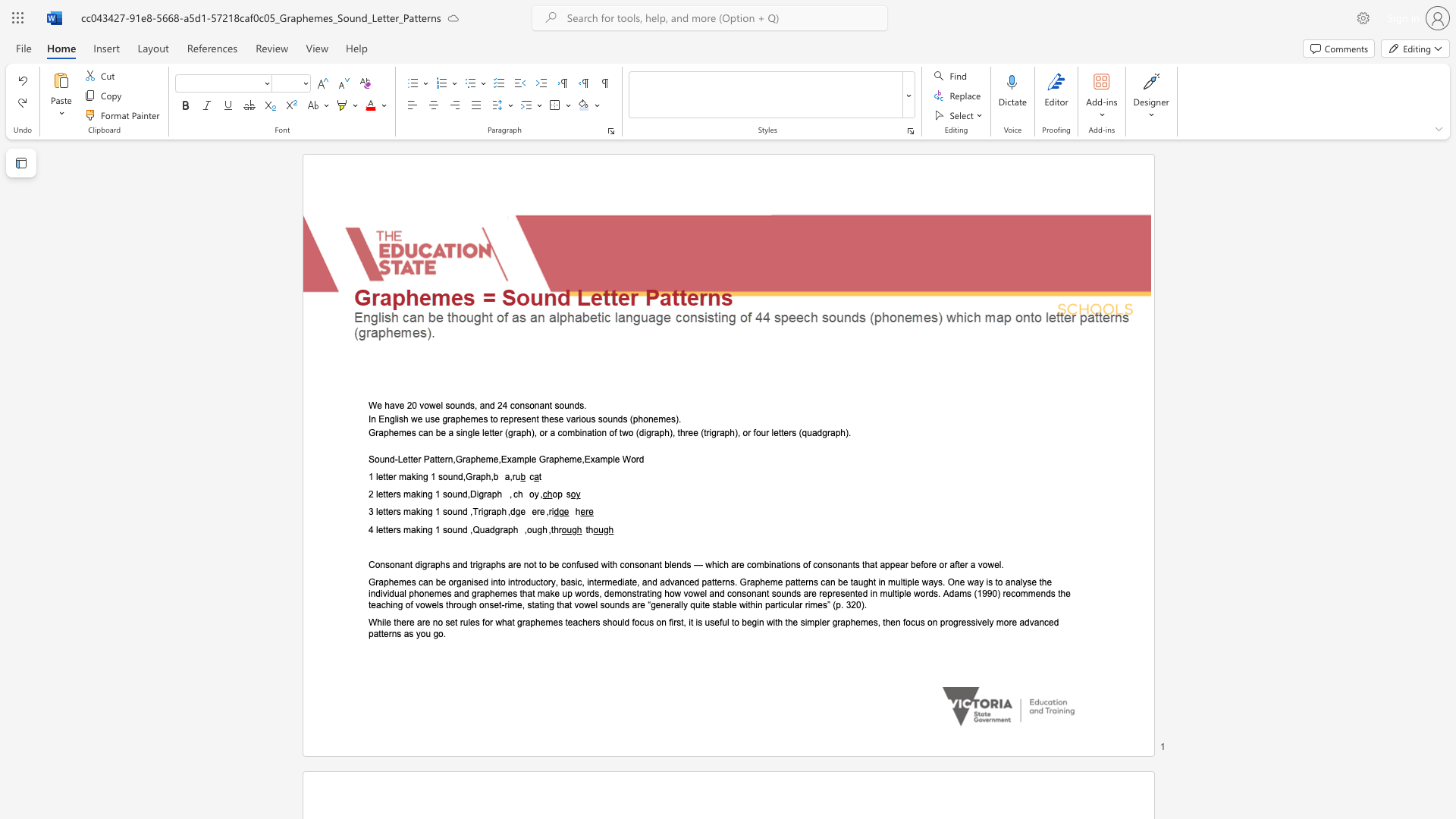 This screenshot has width=1456, height=819. I want to click on the 1th character "k" in the text, so click(418, 494).